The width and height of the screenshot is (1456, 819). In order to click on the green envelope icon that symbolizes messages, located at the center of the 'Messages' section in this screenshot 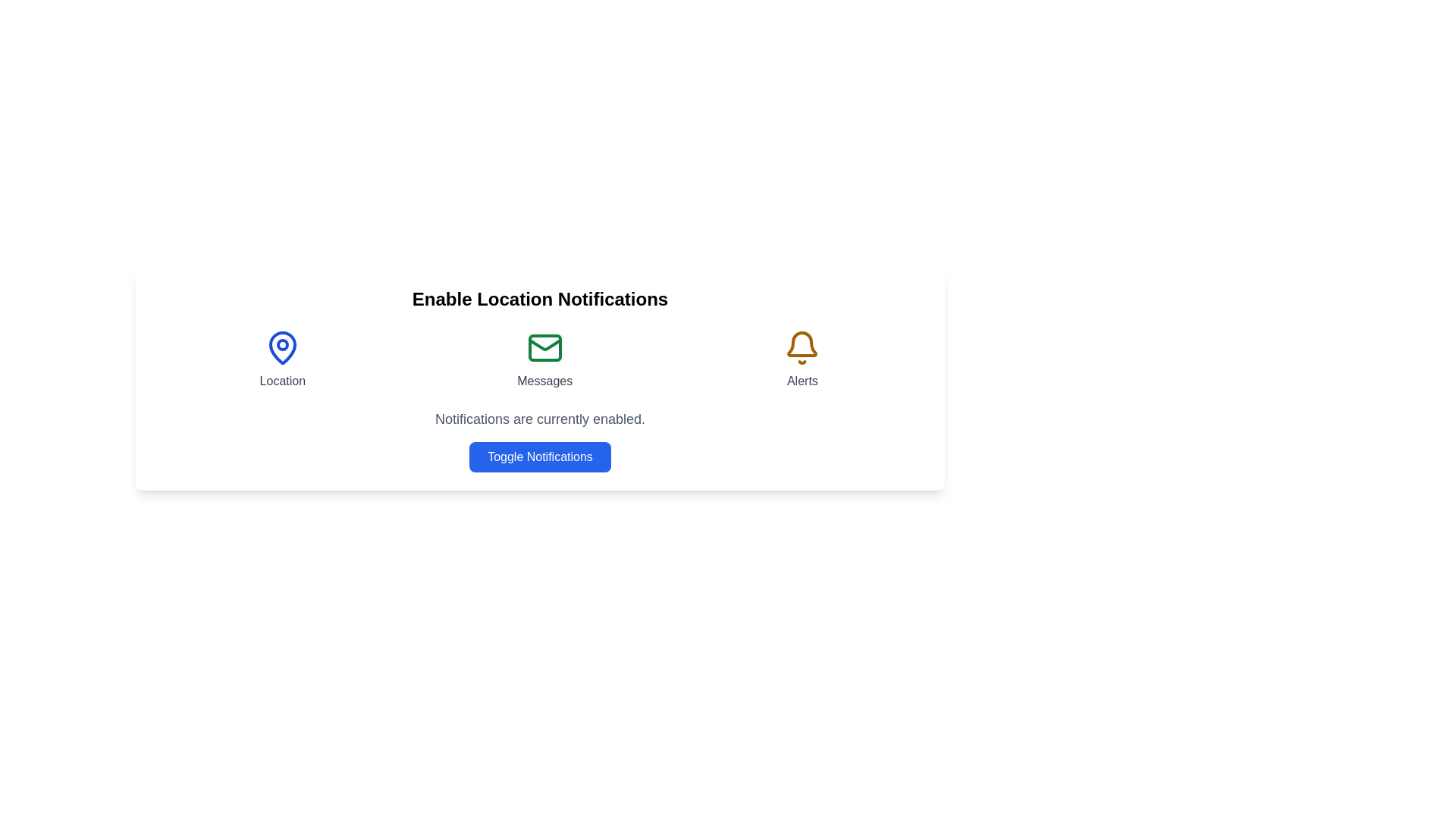, I will do `click(544, 348)`.